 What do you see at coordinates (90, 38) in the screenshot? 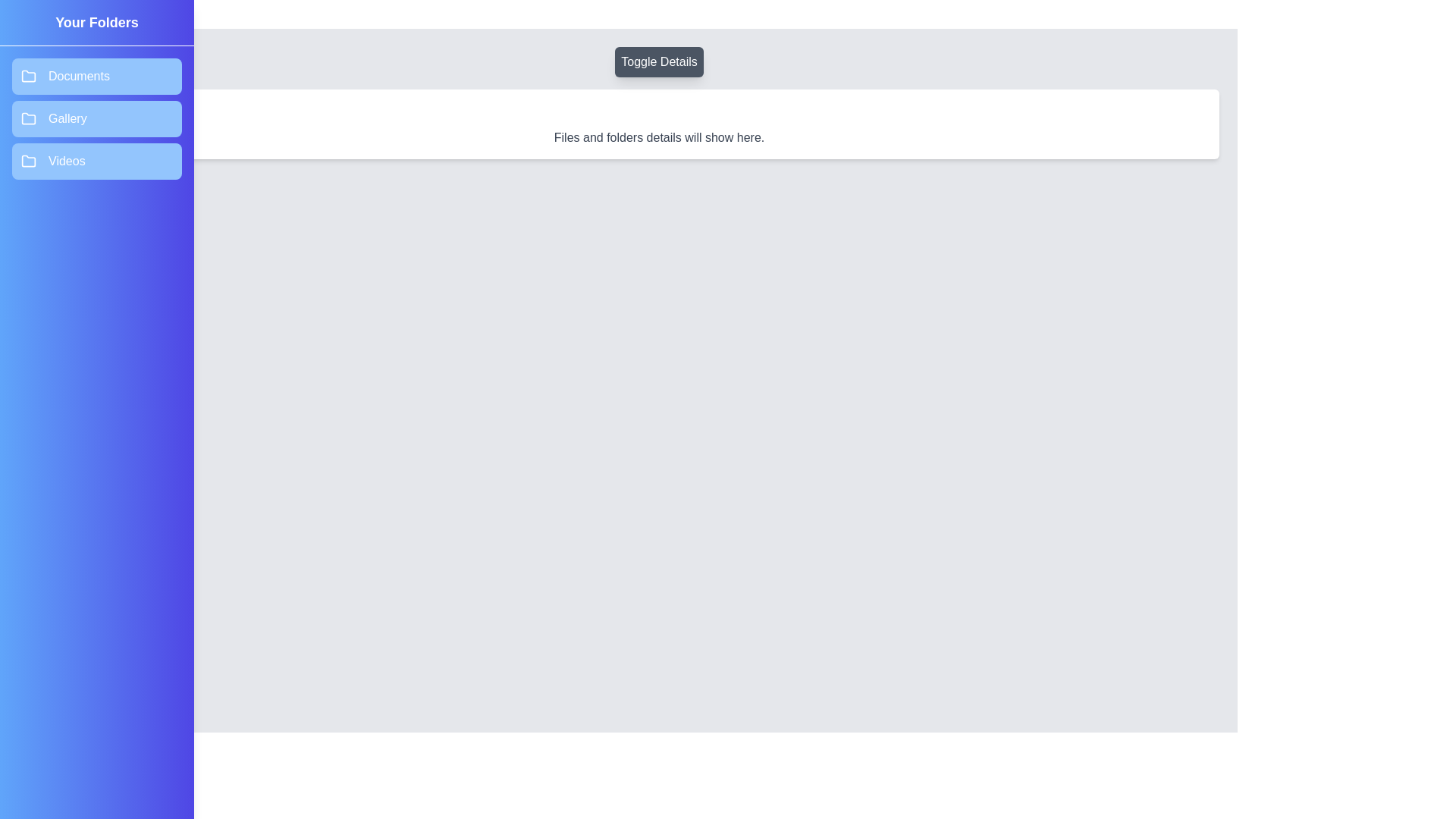
I see `the toggle button at the top-left corner to toggle the drawer panel` at bounding box center [90, 38].